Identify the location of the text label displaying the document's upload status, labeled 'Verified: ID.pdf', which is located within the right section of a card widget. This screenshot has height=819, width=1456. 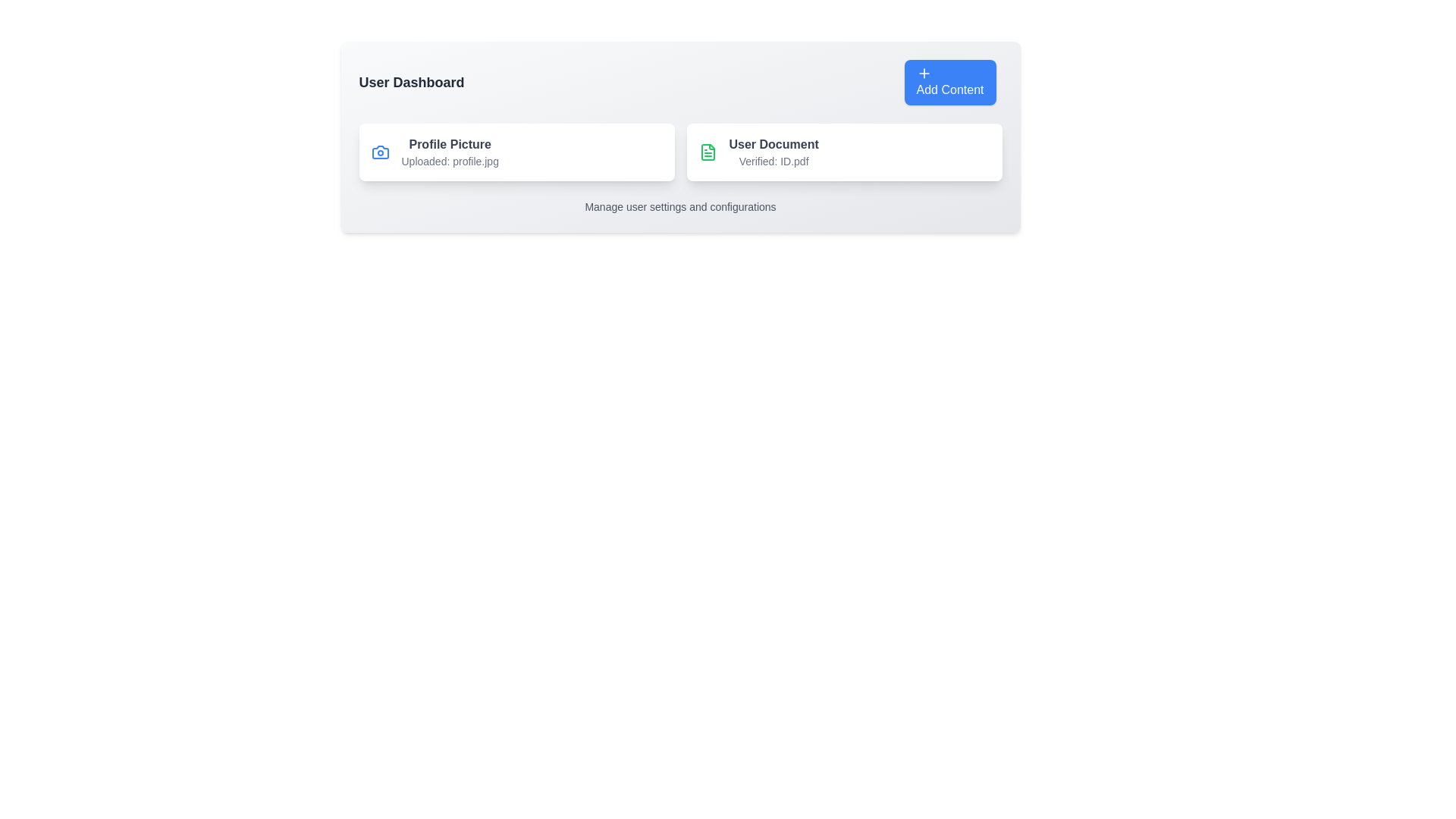
(773, 152).